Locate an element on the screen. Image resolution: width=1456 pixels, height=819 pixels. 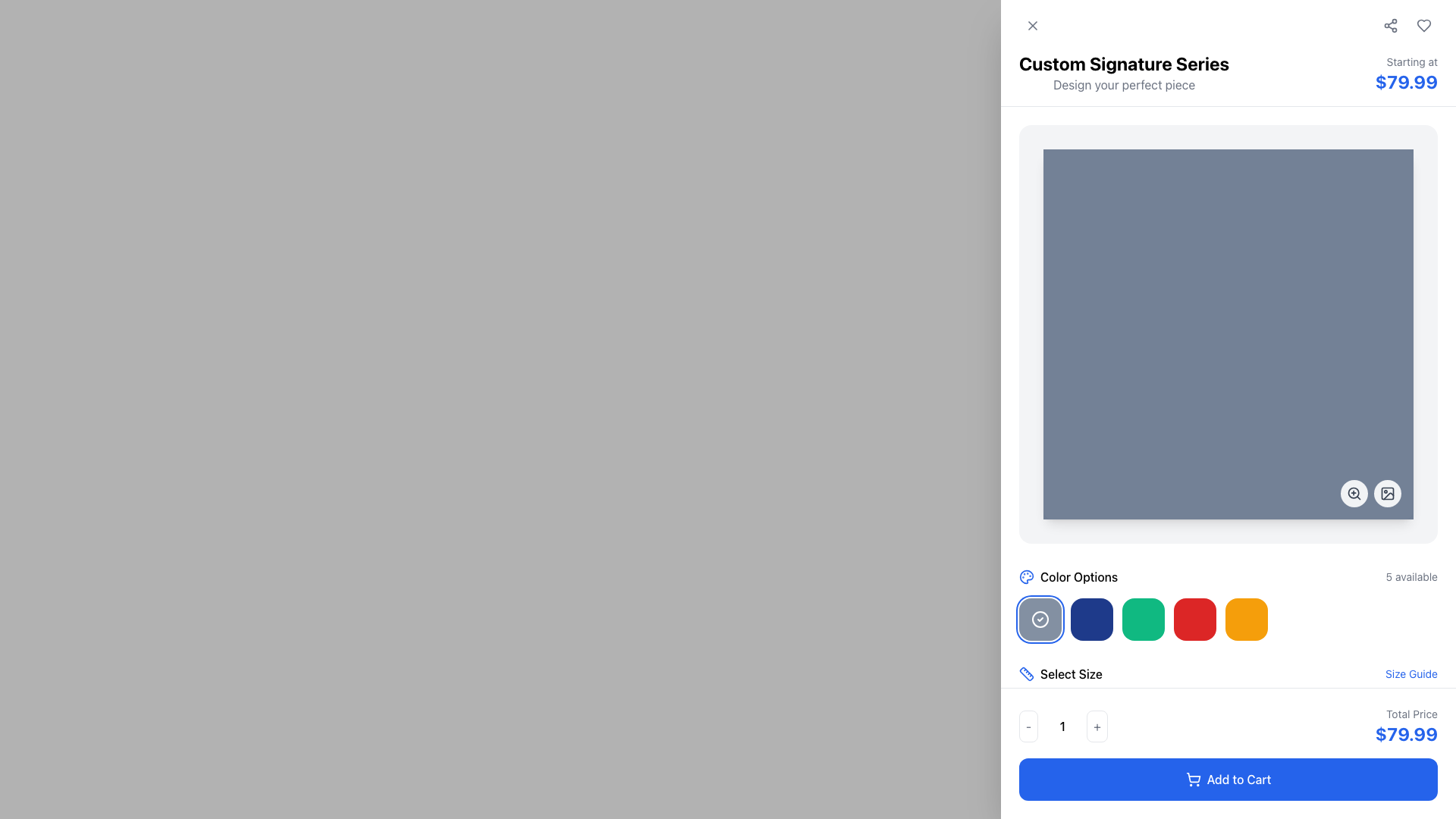
text from the Price label located beneath the title 'Custom Signature Series' and to the right of the subtitle 'Design your perfect piece' in the top-right corner of the layout is located at coordinates (1405, 74).